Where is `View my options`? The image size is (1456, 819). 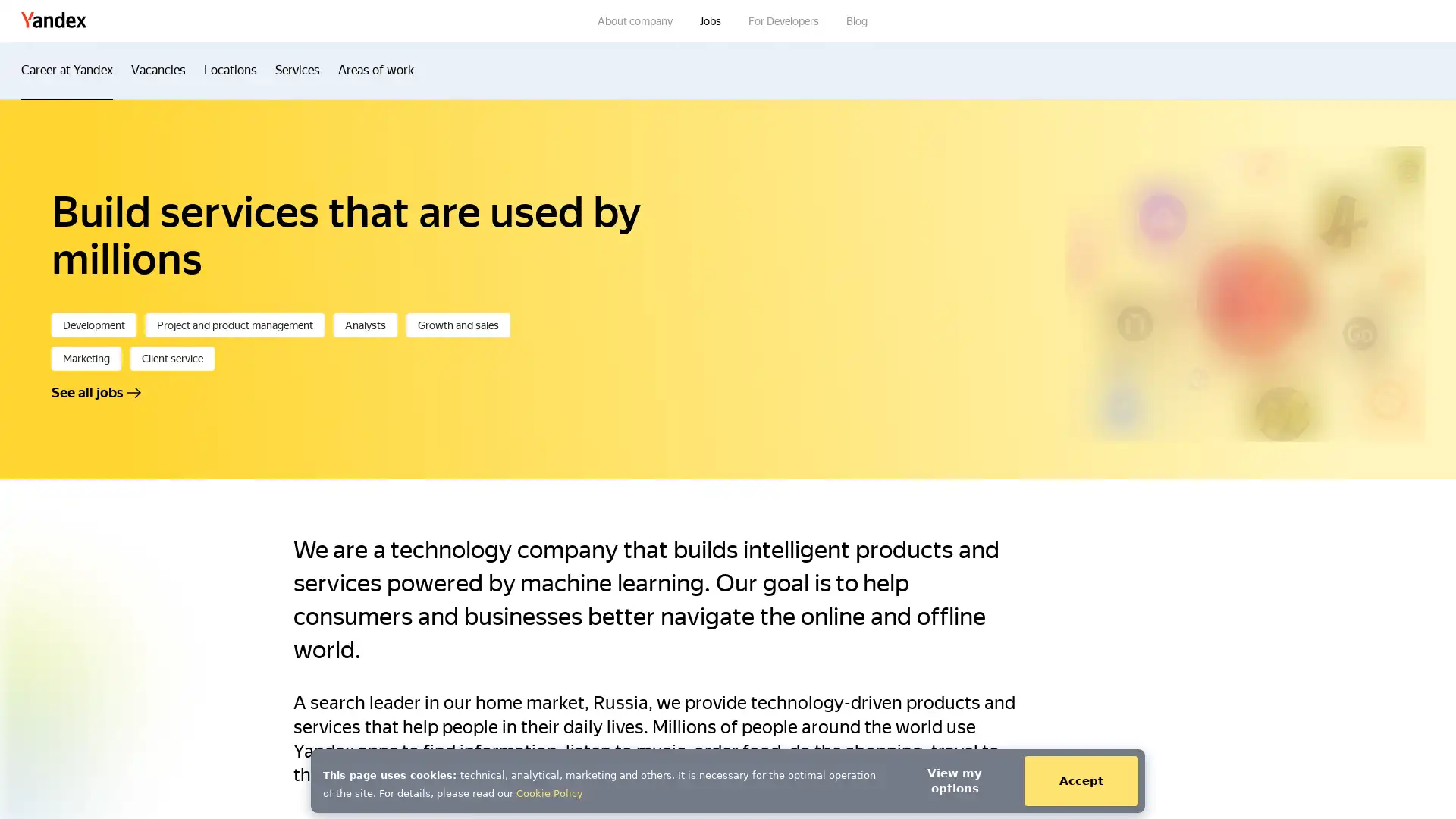
View my options is located at coordinates (953, 780).